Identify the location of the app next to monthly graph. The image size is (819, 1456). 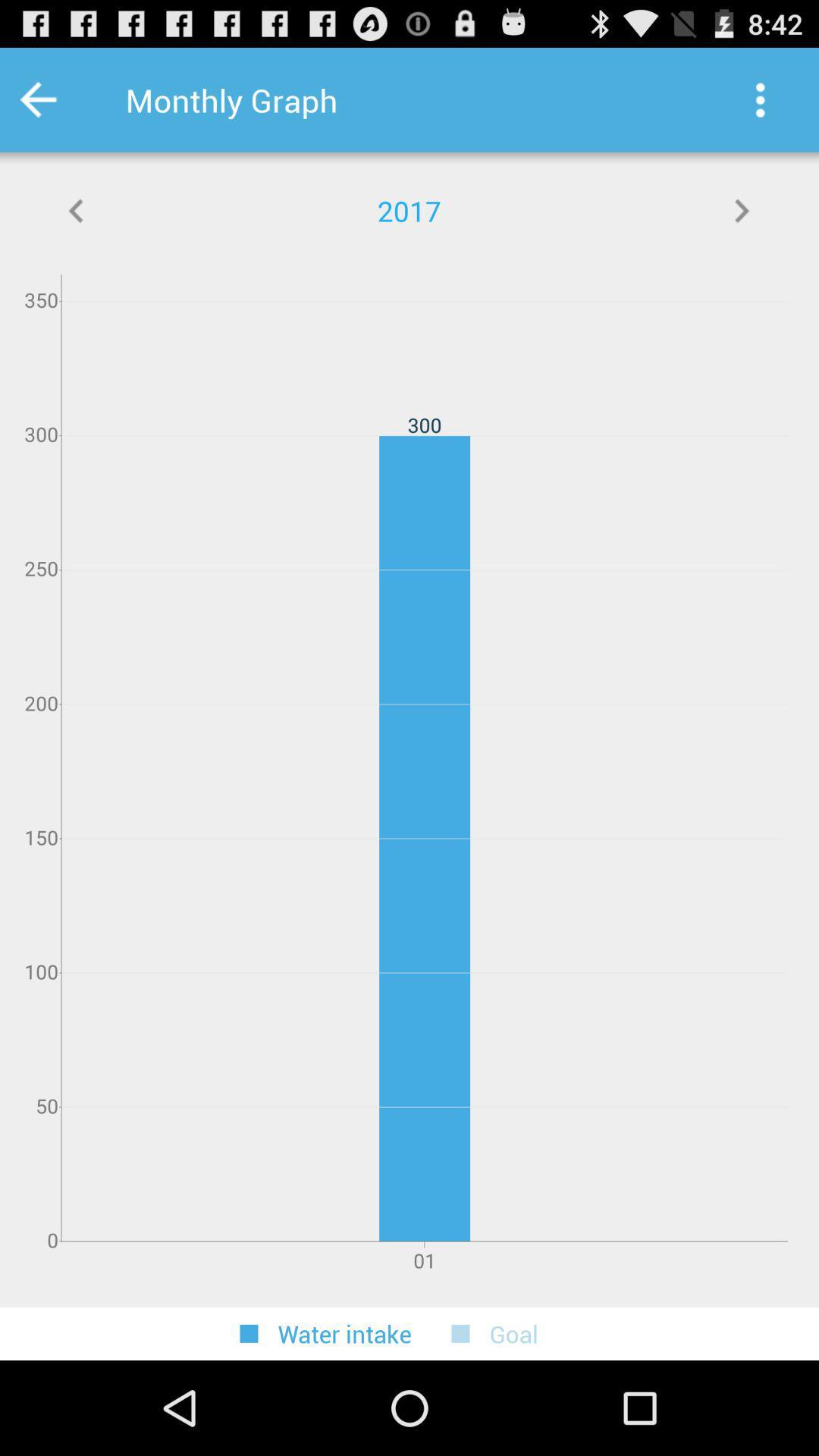
(760, 99).